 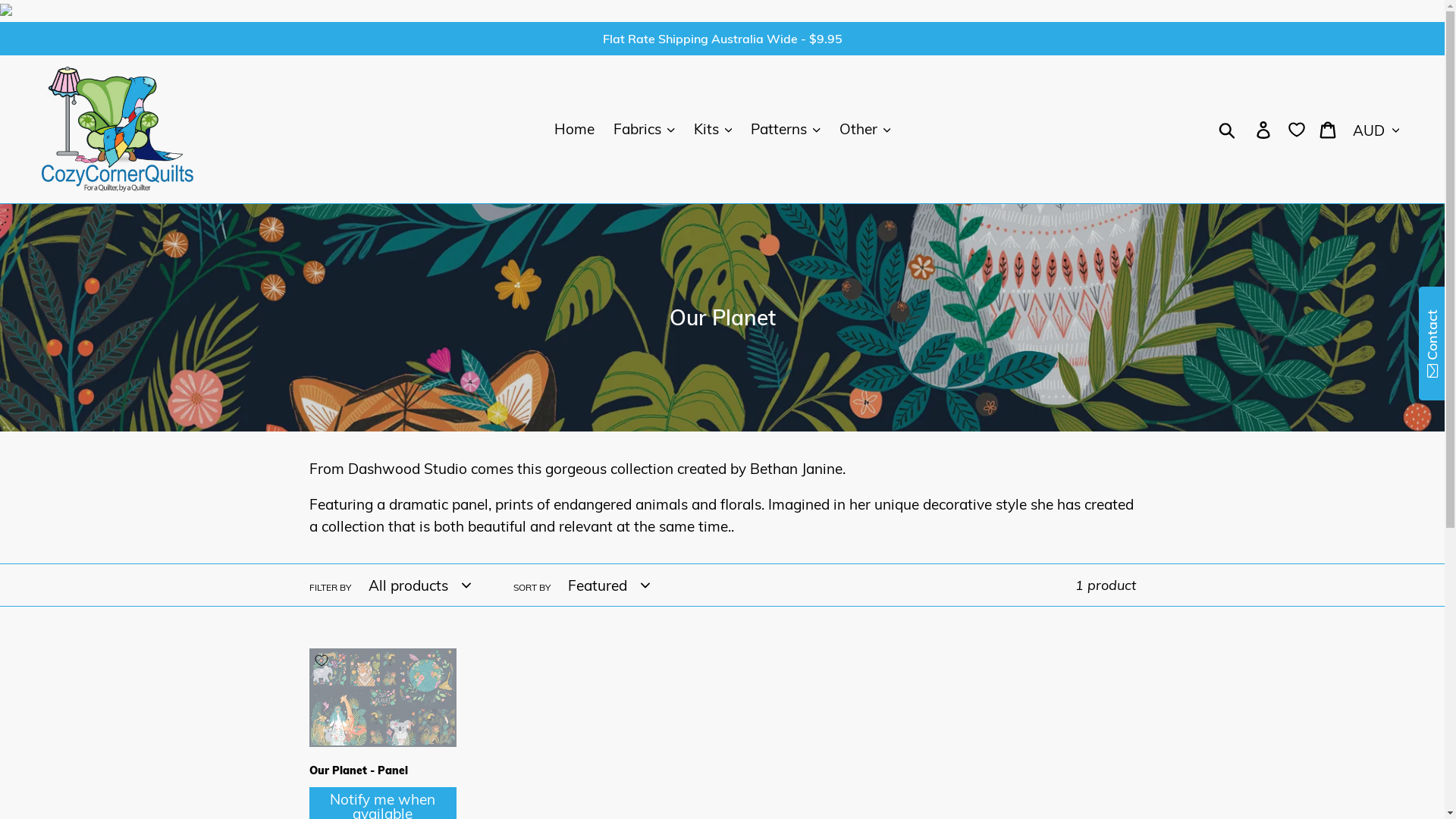 What do you see at coordinates (320, 660) in the screenshot?
I see `'Add to Wishlist'` at bounding box center [320, 660].